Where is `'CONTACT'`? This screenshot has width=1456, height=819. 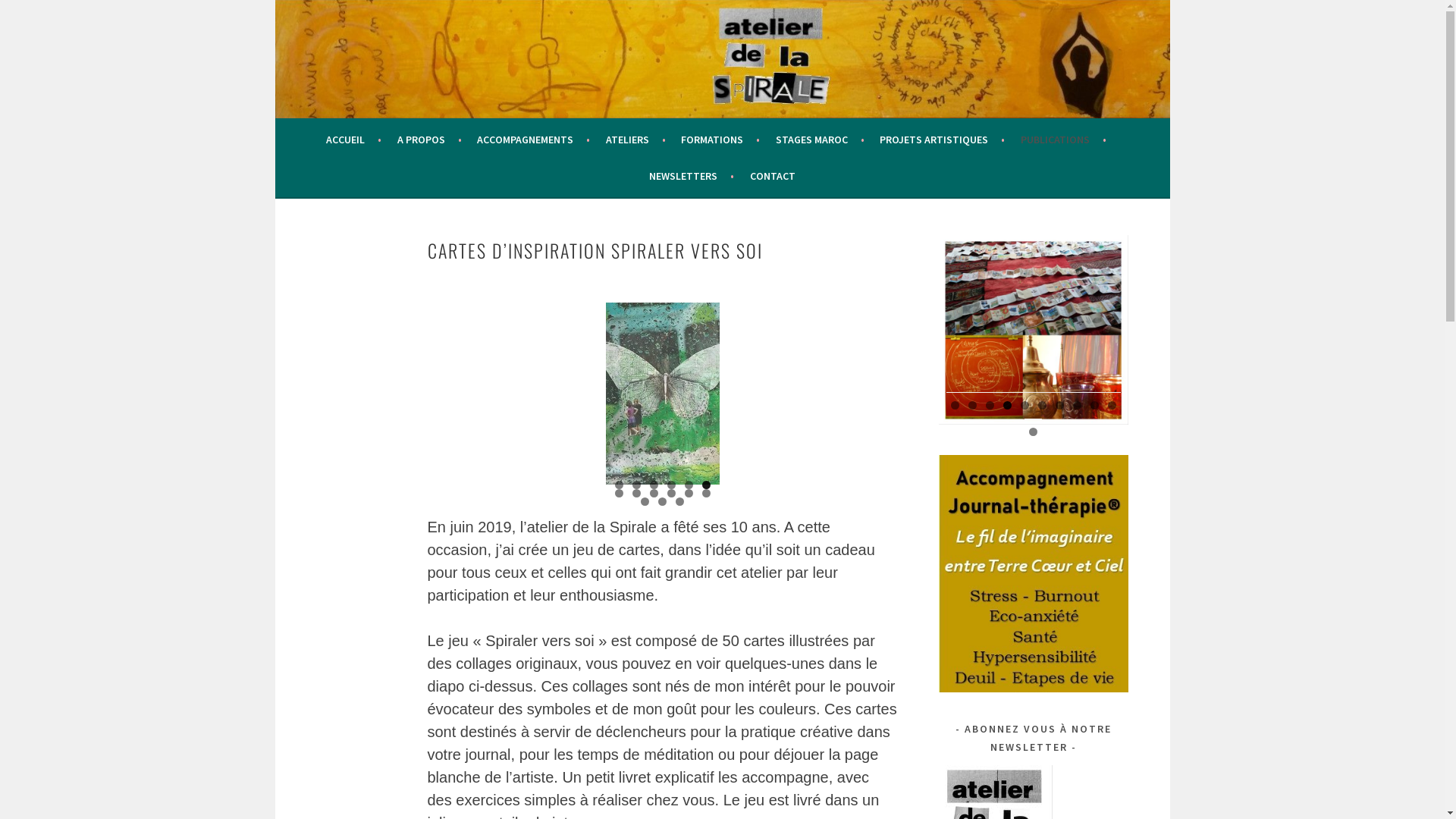
'CONTACT' is located at coordinates (772, 174).